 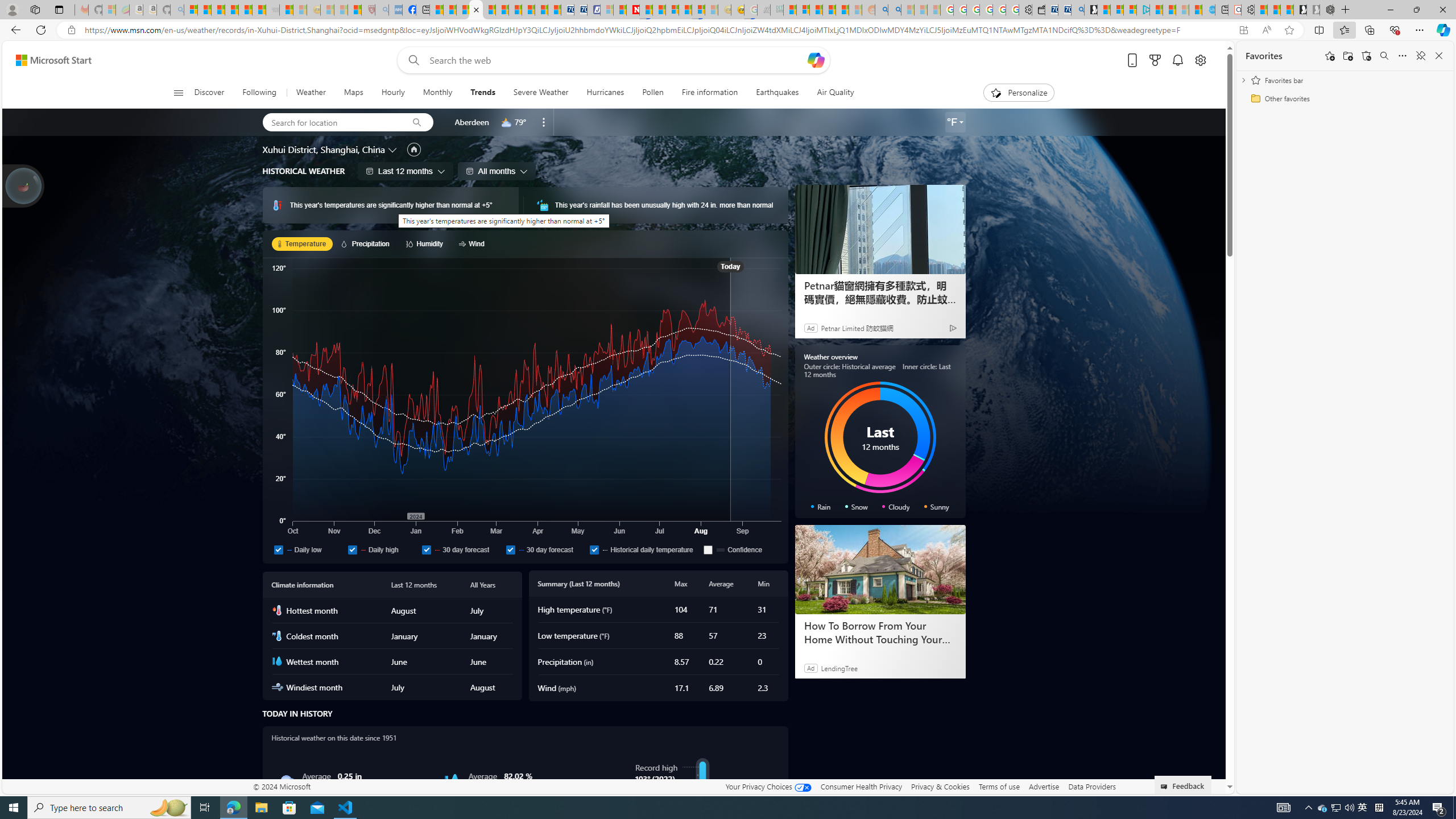 I want to click on 'Trends', so click(x=482, y=92).